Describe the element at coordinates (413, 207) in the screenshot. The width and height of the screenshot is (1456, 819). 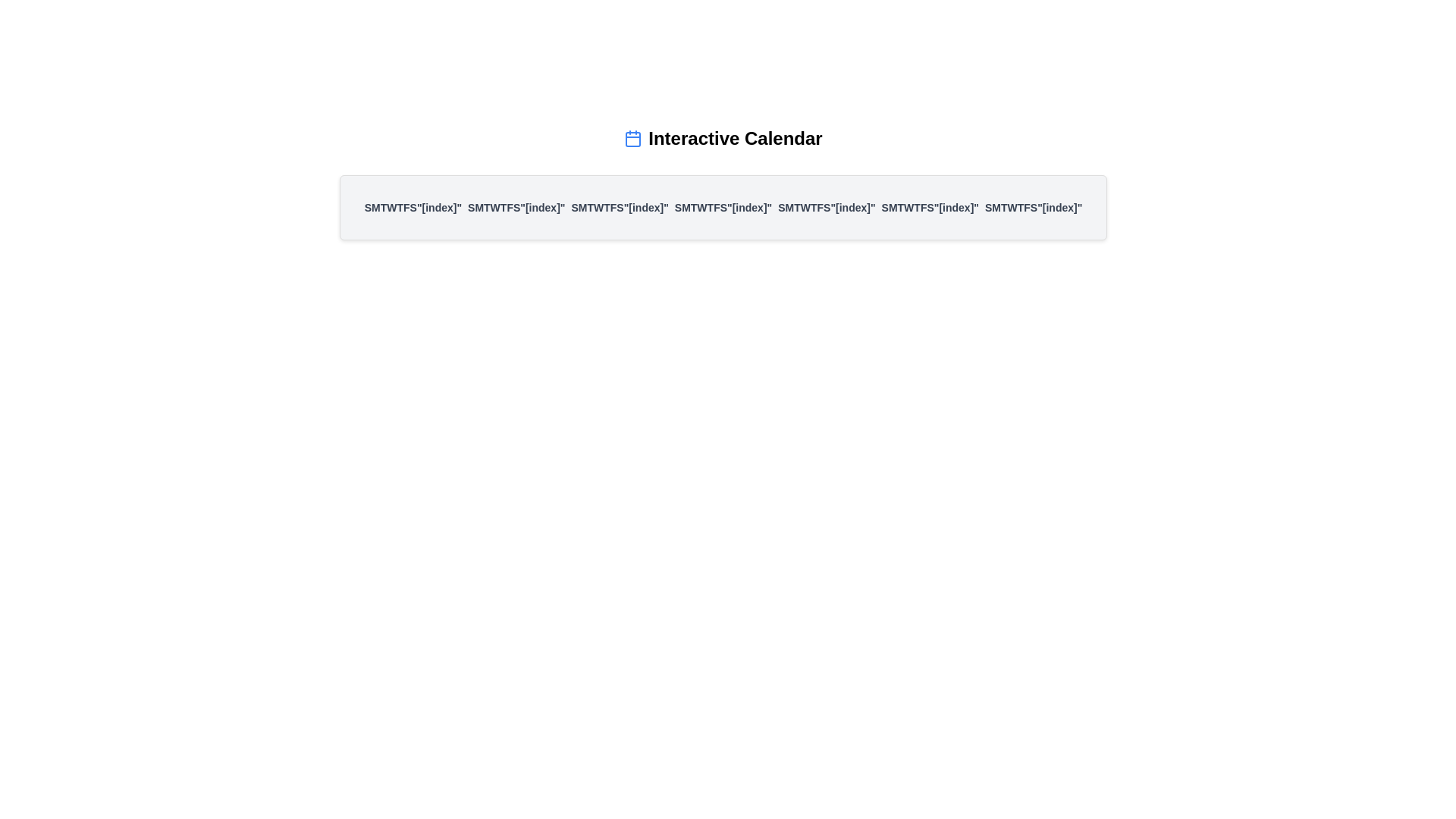
I see `the text label that serves as a header for the day structure in the calendar, positioned at the leftmost side of the grid` at that location.